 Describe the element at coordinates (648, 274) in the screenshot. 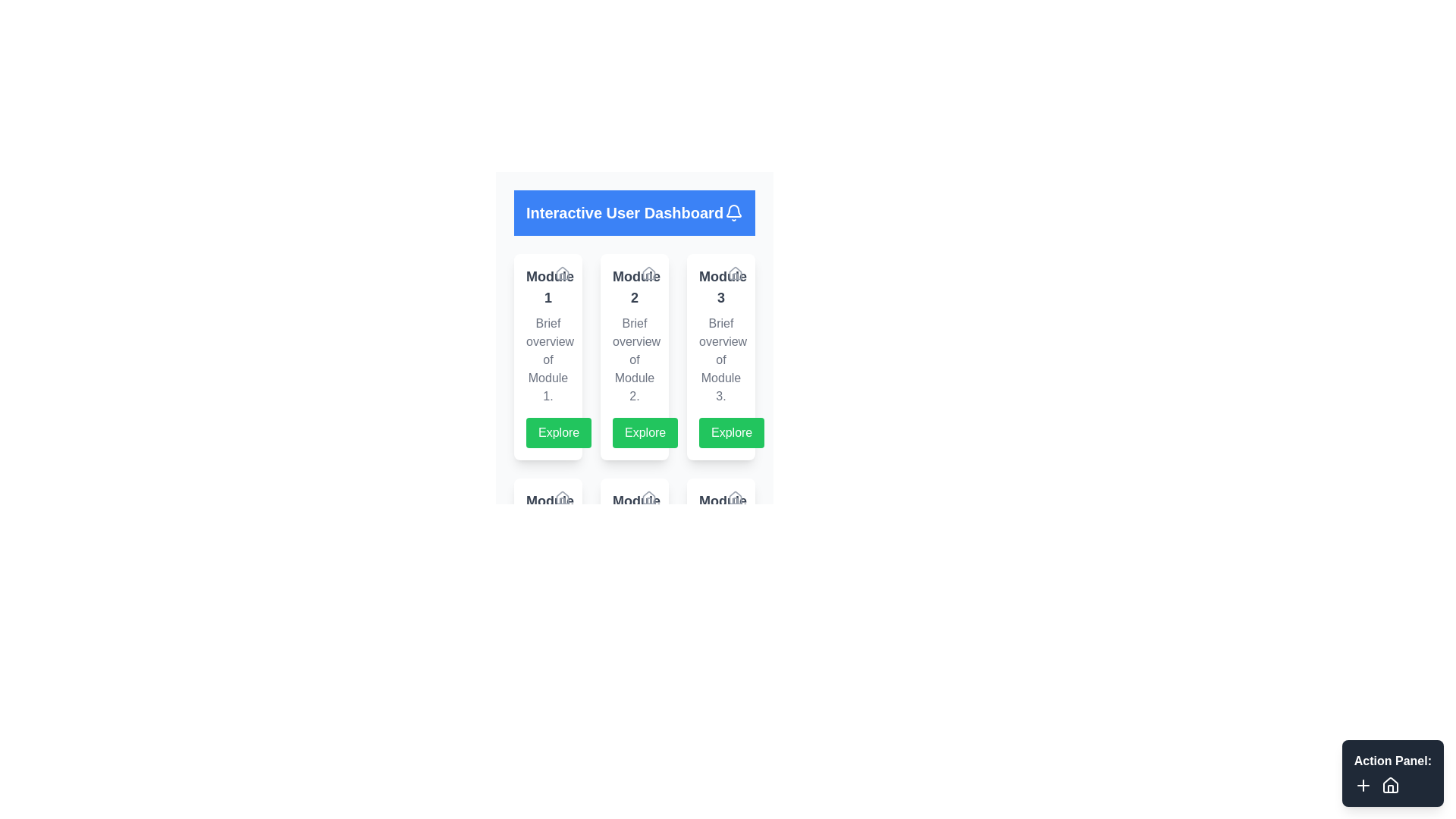

I see `the home indicator icon located in the upper-right corner of the 'Module 2' card` at that location.